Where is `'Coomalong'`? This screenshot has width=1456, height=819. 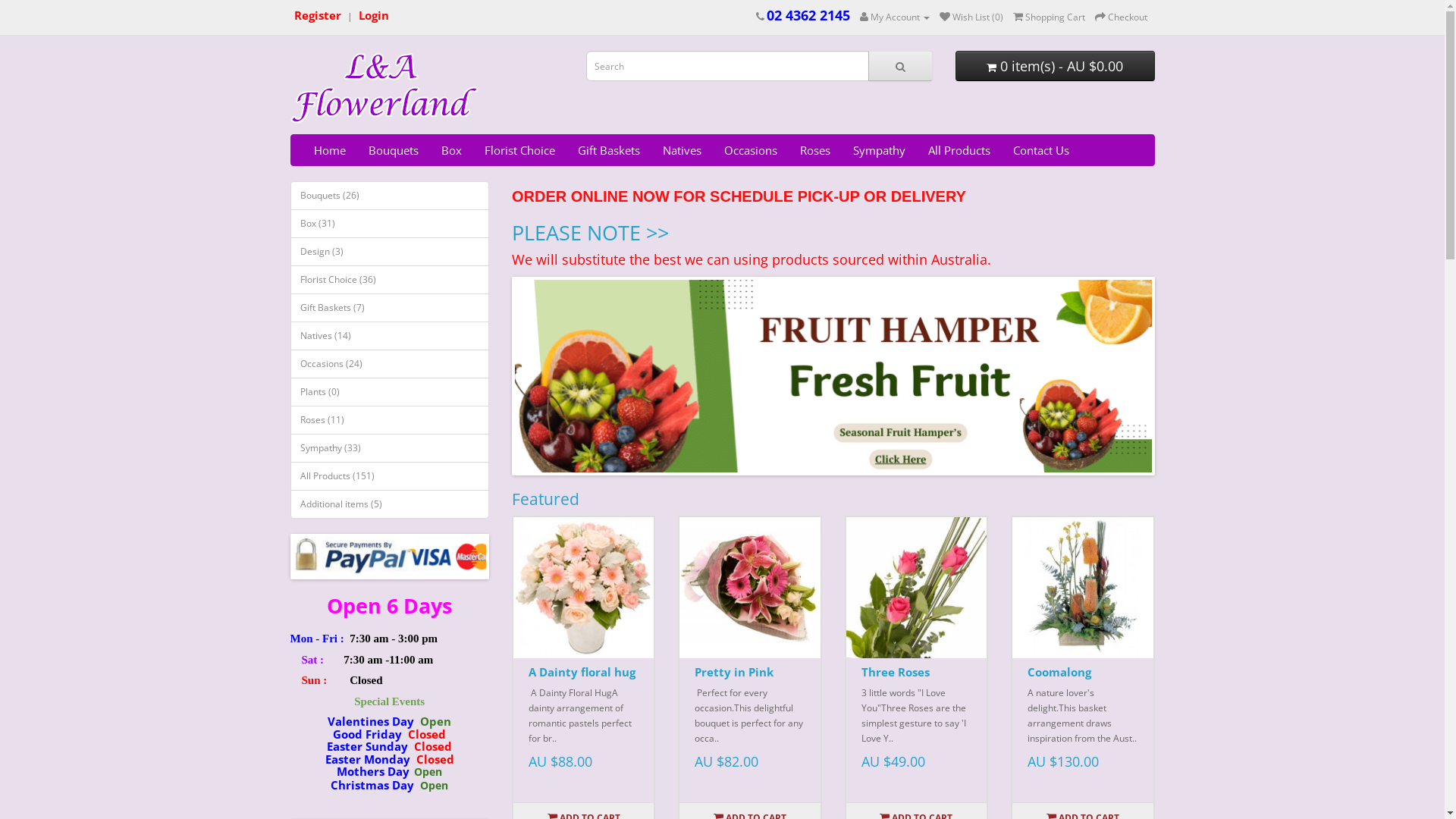 'Coomalong' is located at coordinates (1058, 671).